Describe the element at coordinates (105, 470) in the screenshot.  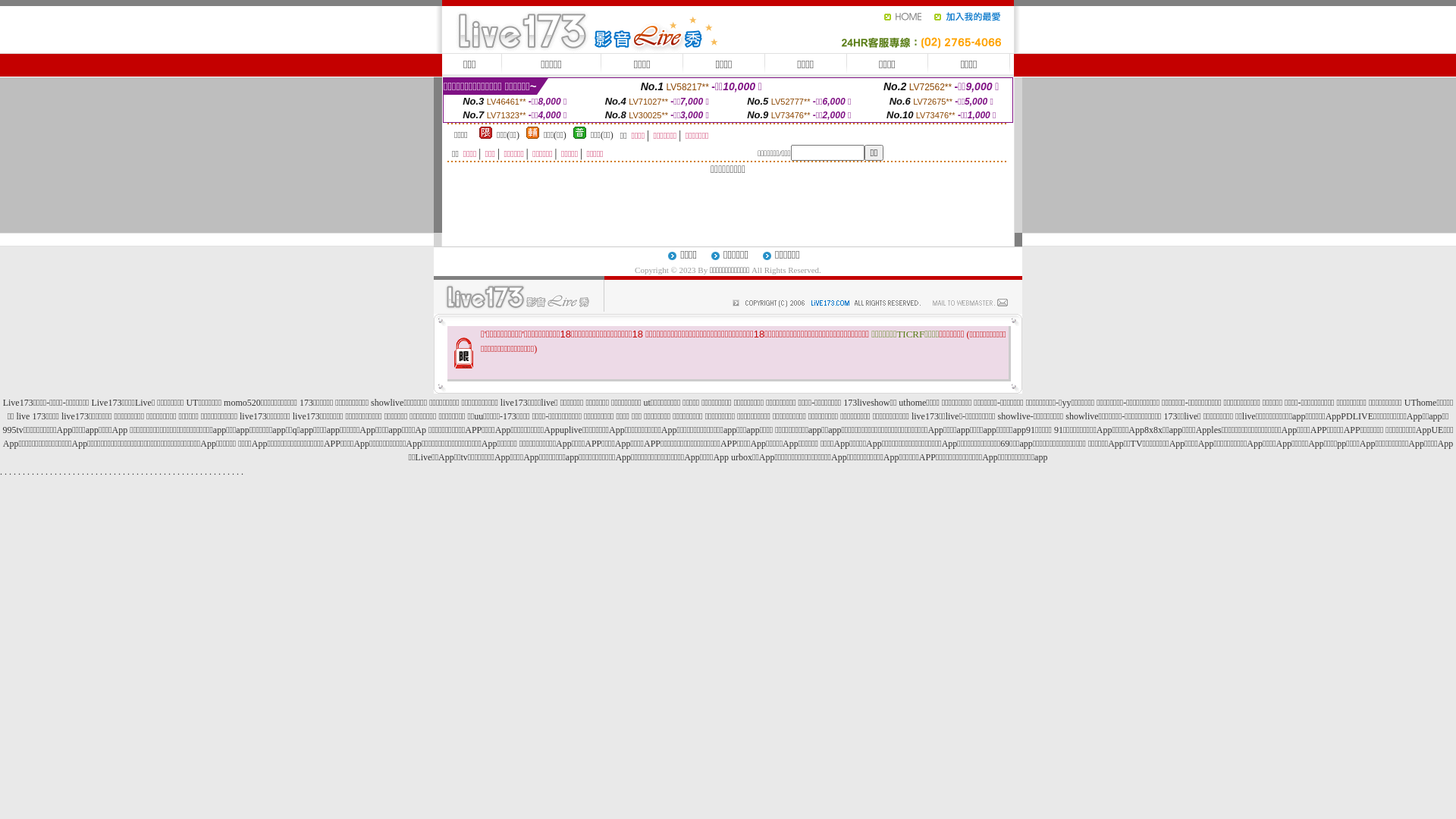
I see `'.'` at that location.